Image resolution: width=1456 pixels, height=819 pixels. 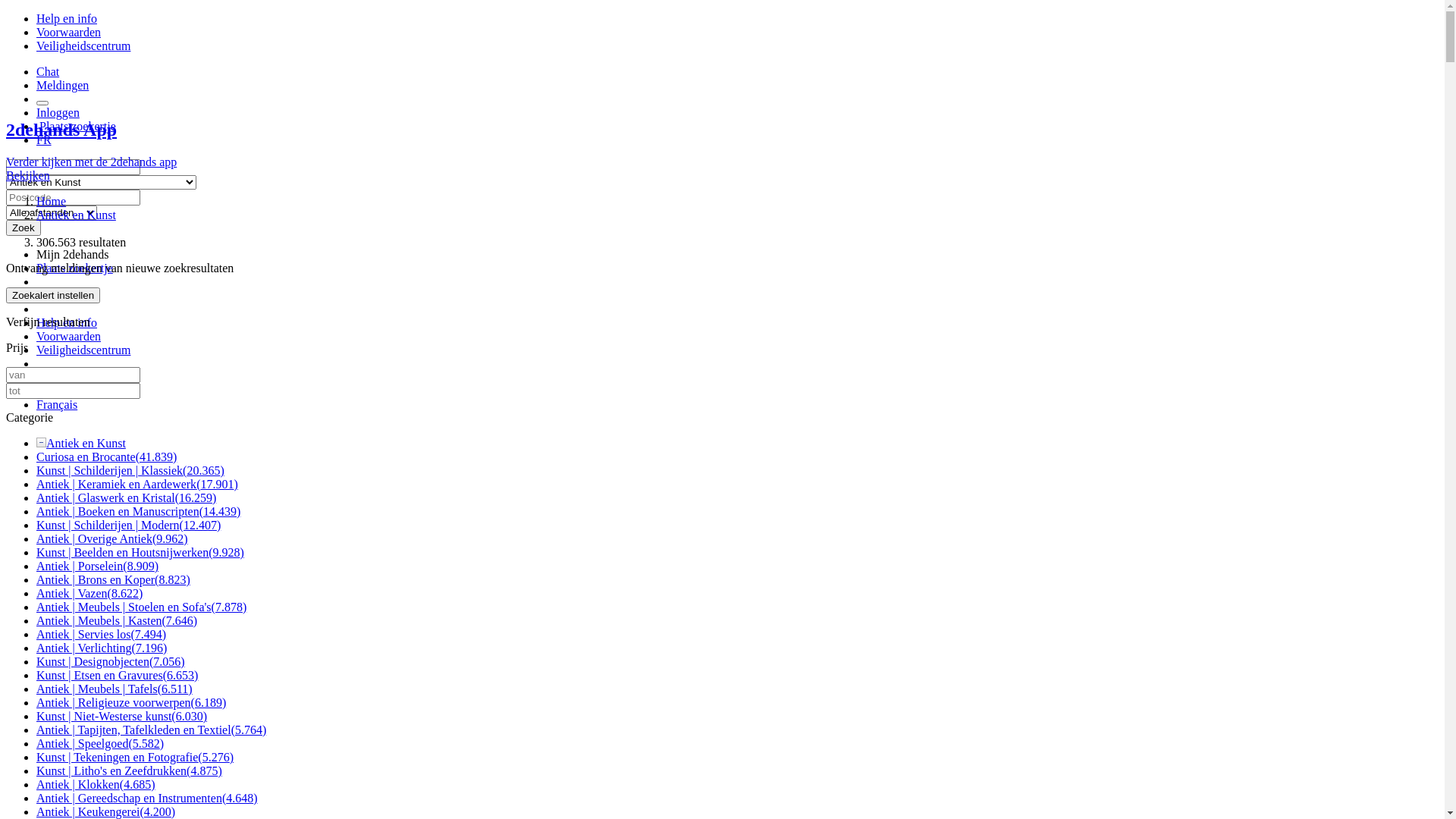 What do you see at coordinates (36, 552) in the screenshot?
I see `'Kunst | Beelden en Houtsnijwerken(9.928)'` at bounding box center [36, 552].